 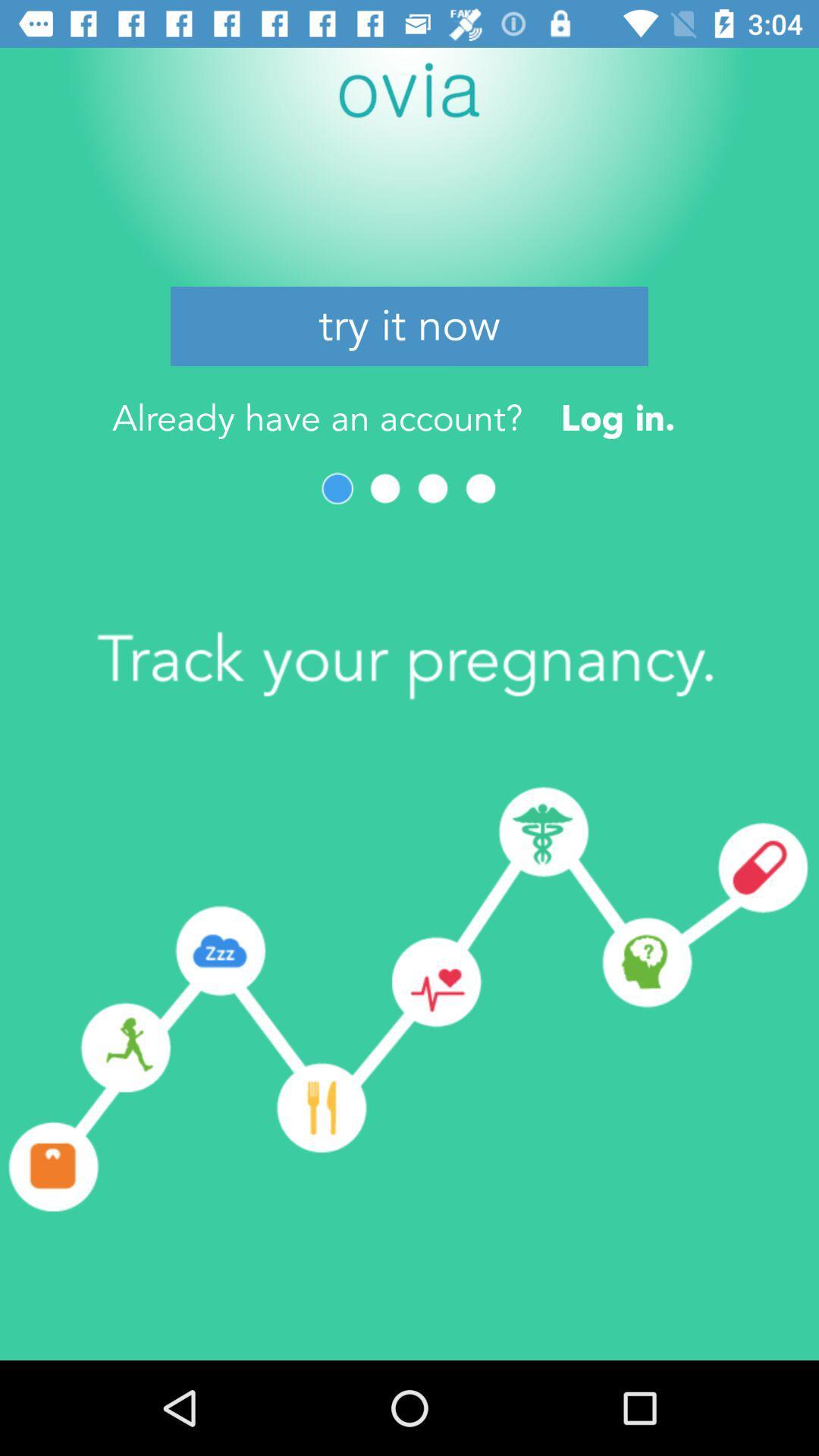 I want to click on icon below try it now icon, so click(x=618, y=418).